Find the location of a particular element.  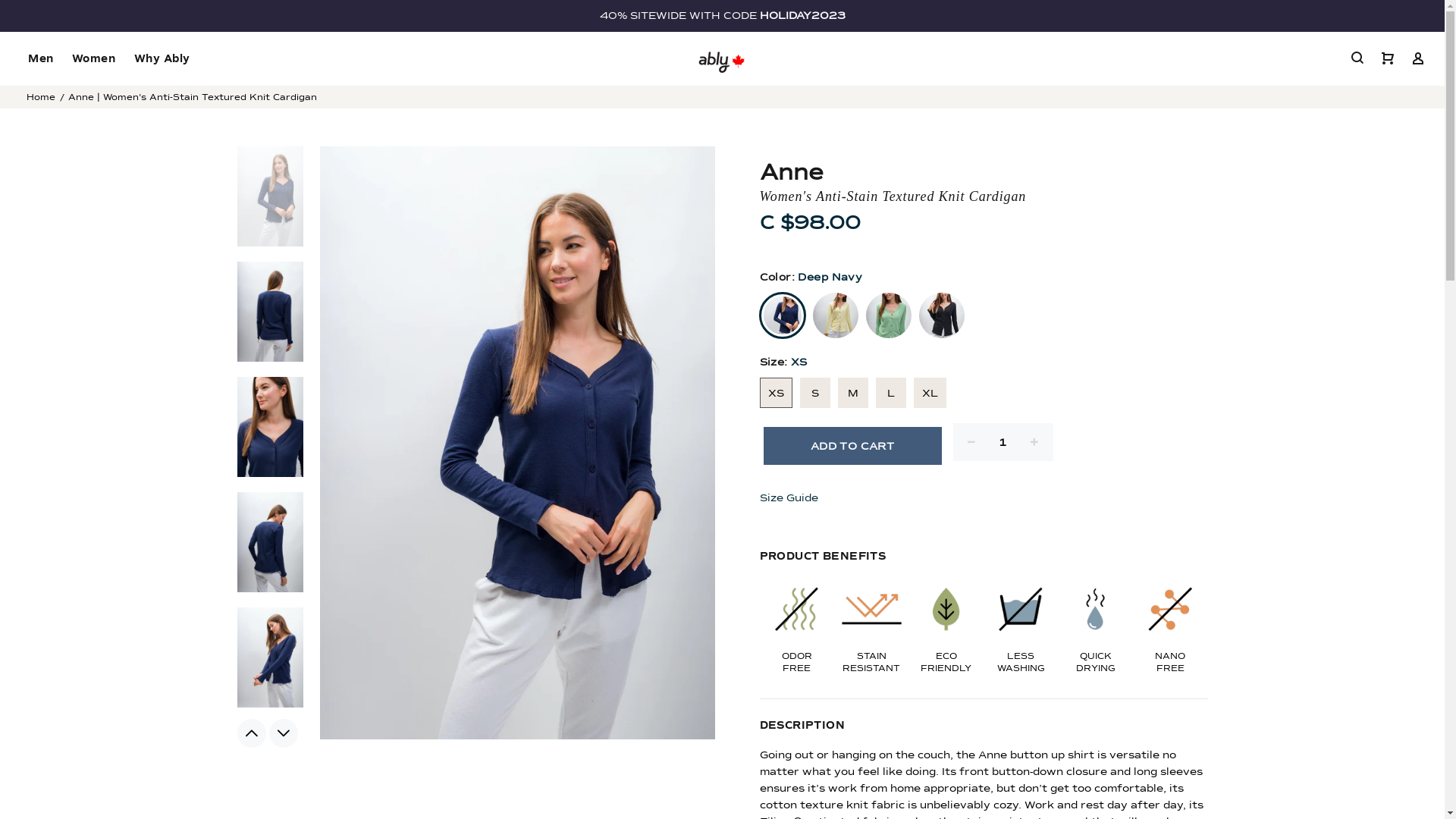

'XS' is located at coordinates (776, 391).